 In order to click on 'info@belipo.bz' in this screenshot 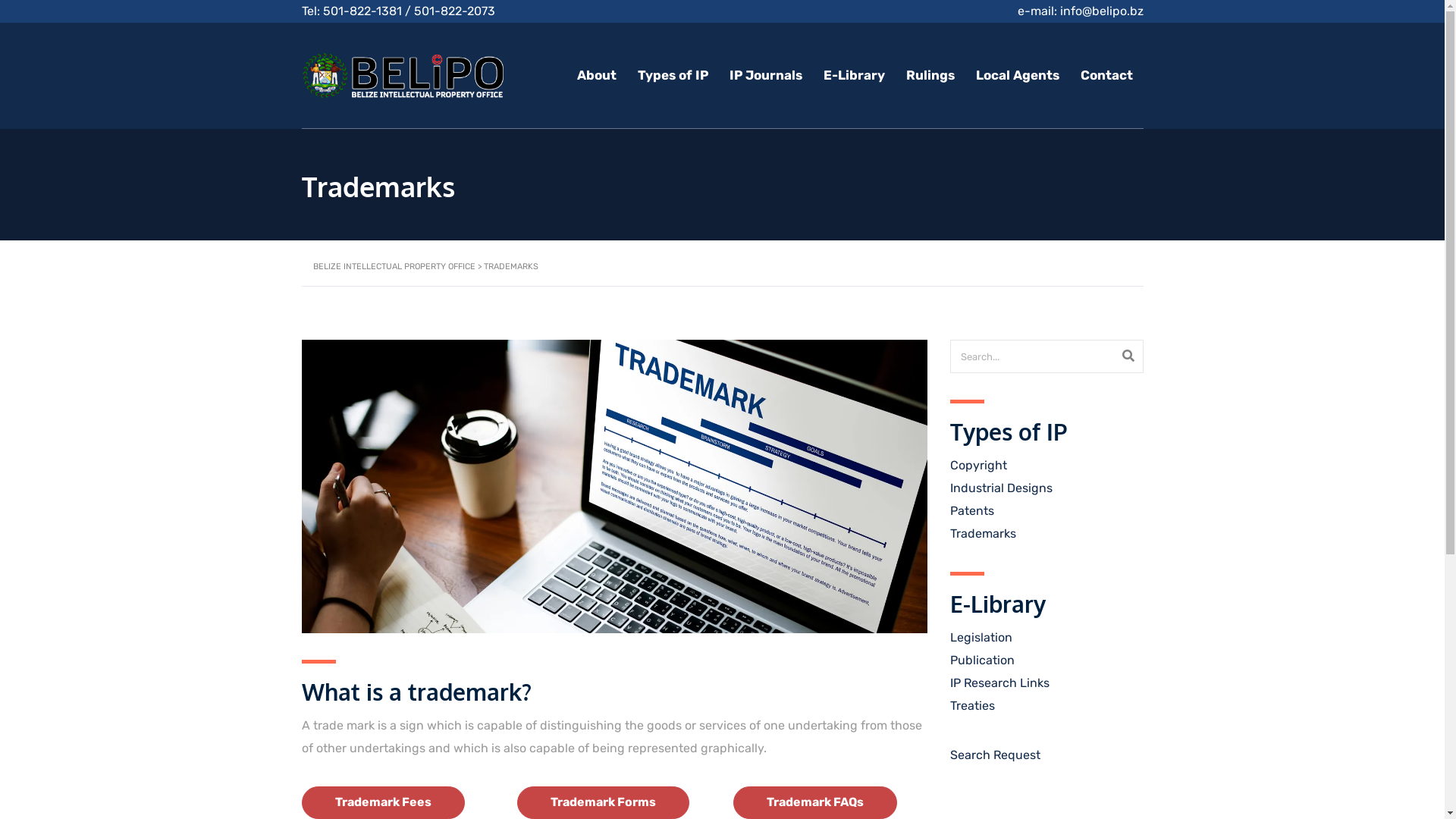, I will do `click(1102, 11)`.